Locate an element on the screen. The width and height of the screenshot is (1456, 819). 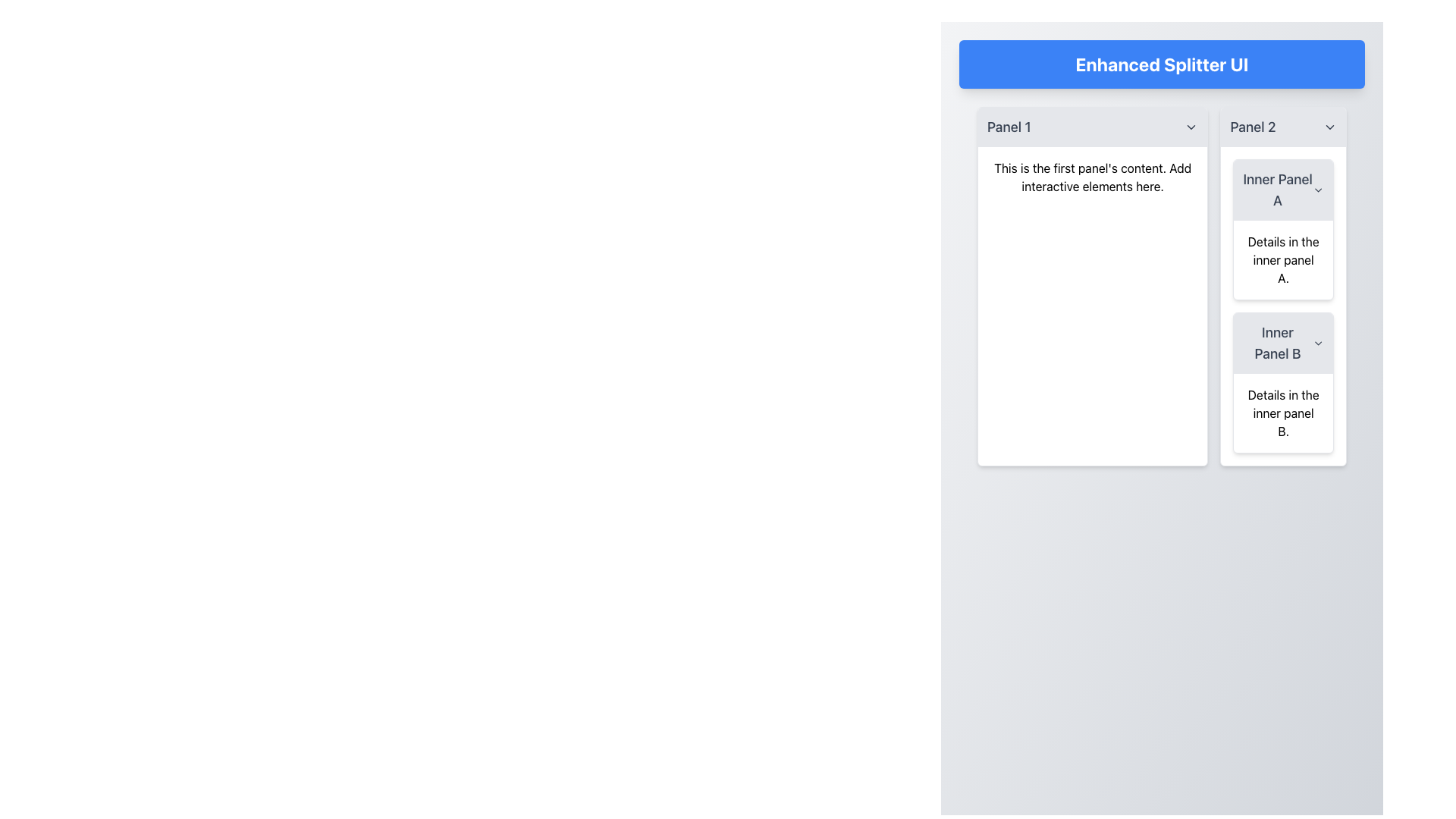
the Collapsible Panel Header for 'Details is located at coordinates (1282, 189).